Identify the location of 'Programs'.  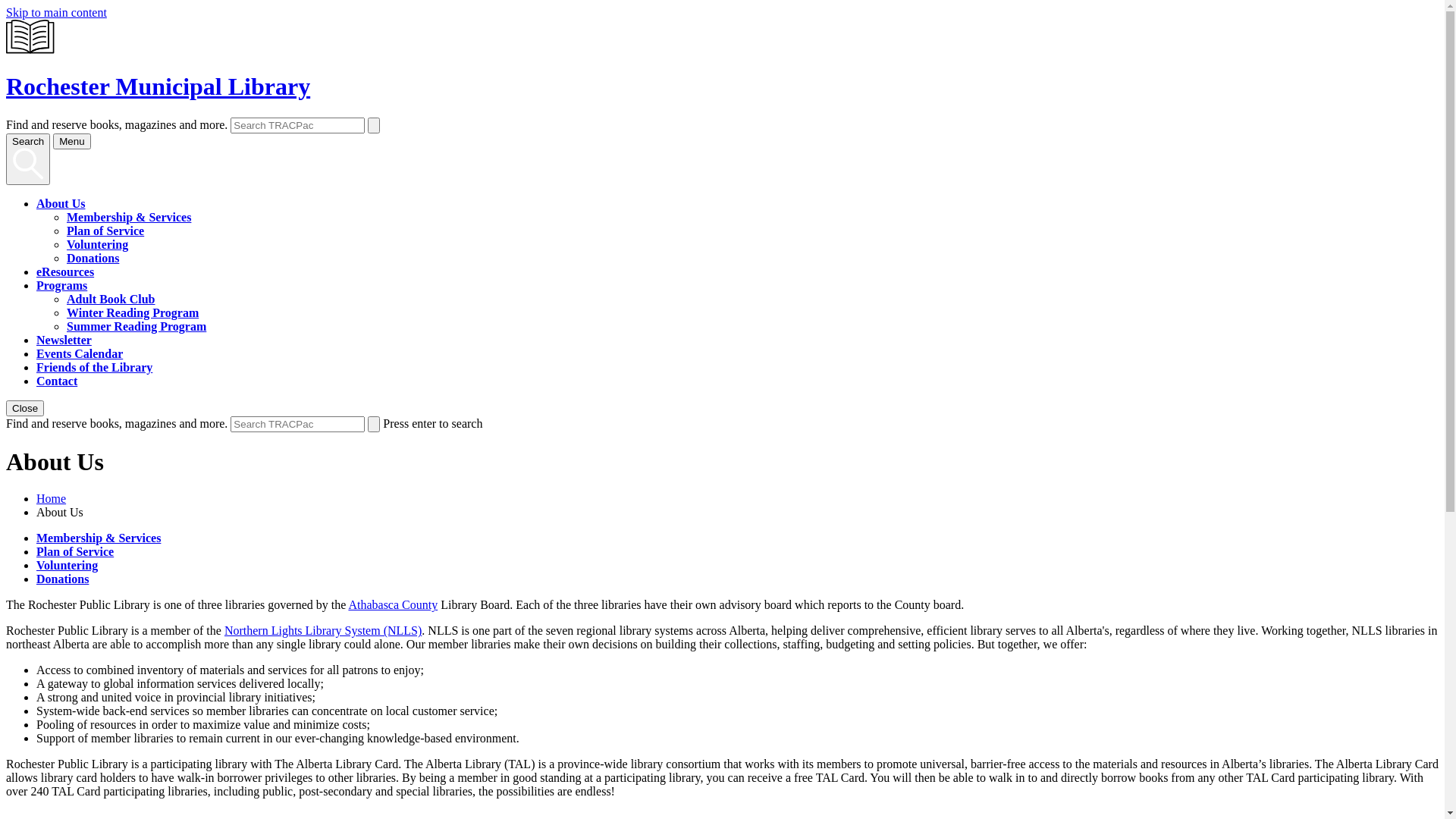
(61, 285).